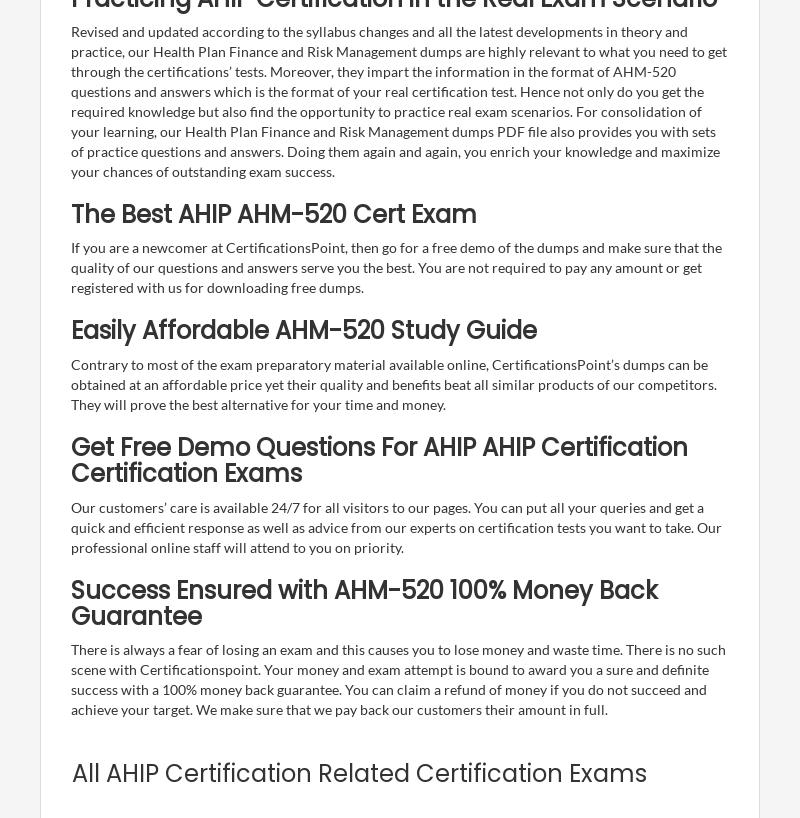 The height and width of the screenshot is (818, 800). Describe the element at coordinates (378, 458) in the screenshot. I see `'Get Free Demo Questions For AHIP AHIP Certification Certification Exams'` at that location.